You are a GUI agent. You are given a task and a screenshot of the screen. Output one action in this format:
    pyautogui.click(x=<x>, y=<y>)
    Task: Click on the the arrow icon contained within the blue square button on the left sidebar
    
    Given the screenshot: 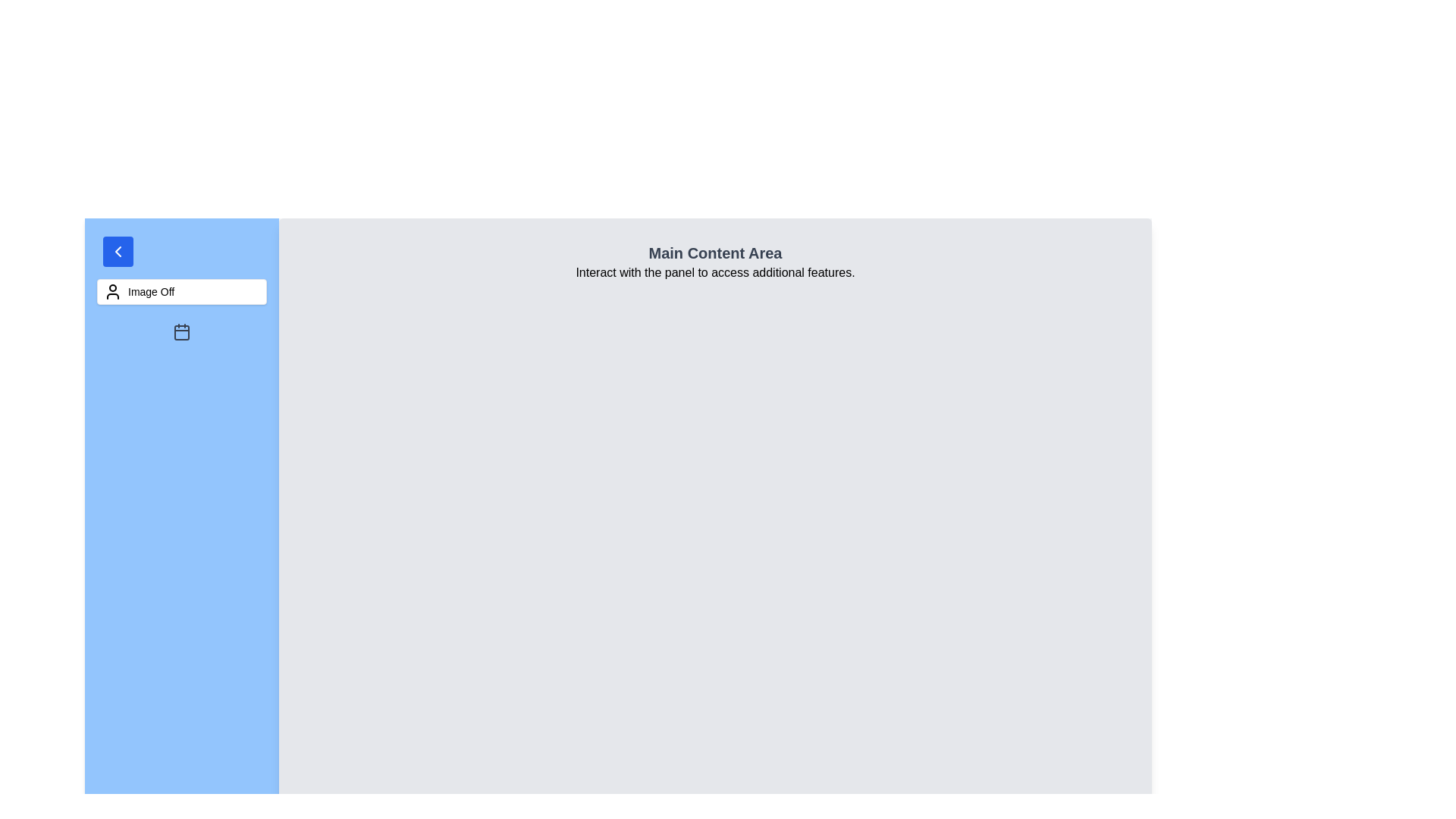 What is the action you would take?
    pyautogui.click(x=118, y=250)
    